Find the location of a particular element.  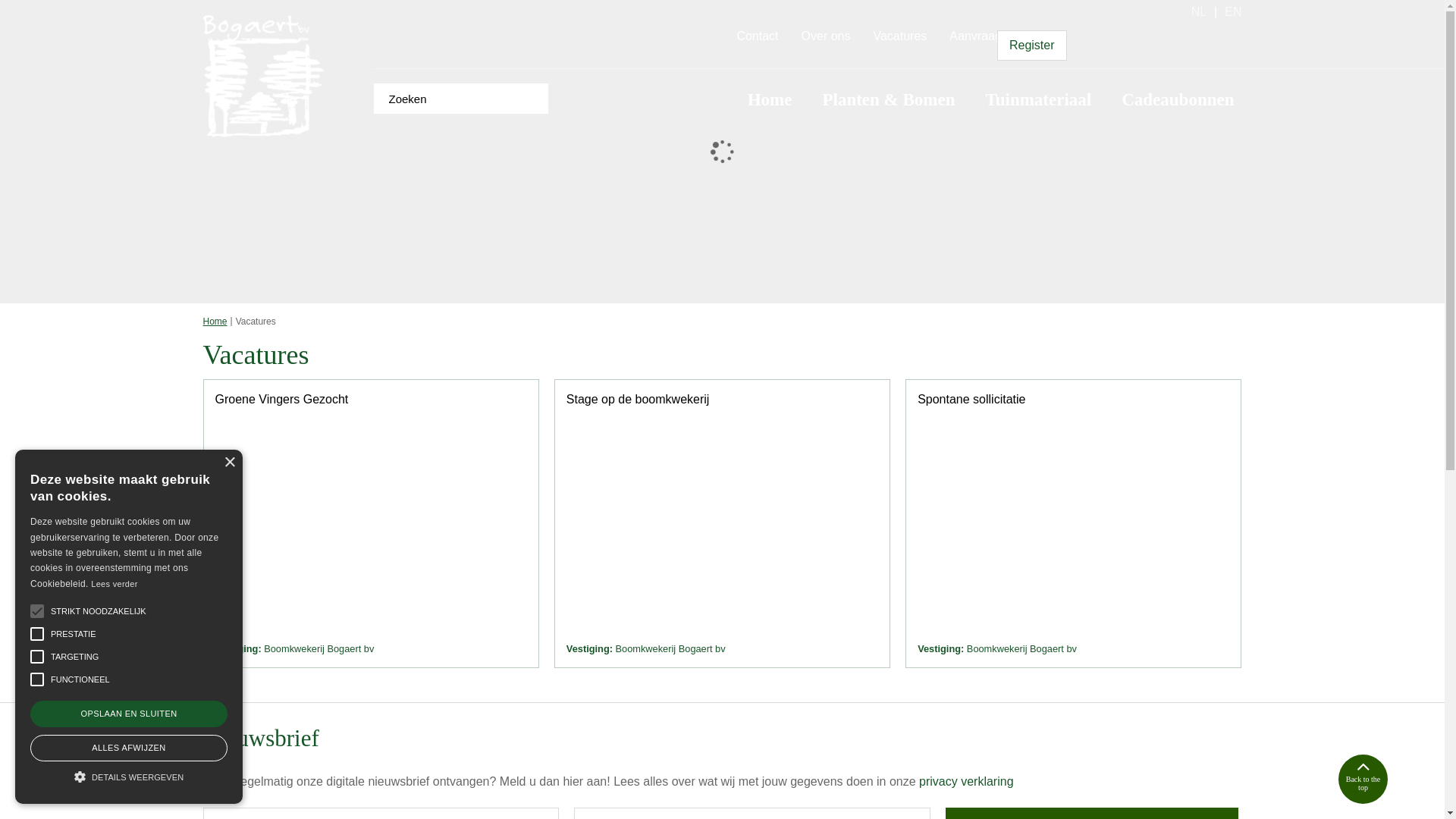

'Spontane sollicitatie is located at coordinates (1072, 522).